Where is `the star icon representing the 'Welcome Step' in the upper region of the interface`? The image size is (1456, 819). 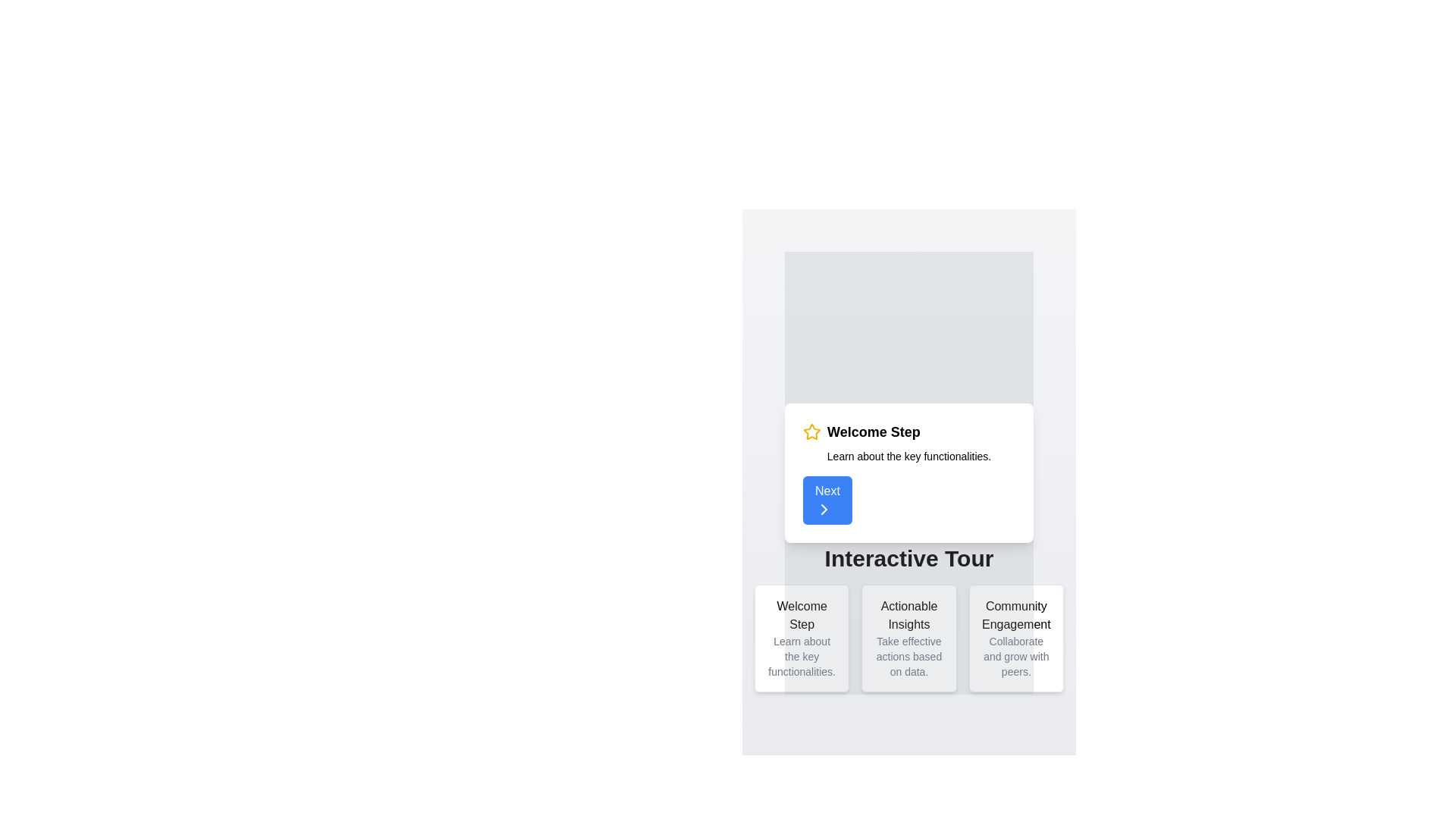
the star icon representing the 'Welcome Step' in the upper region of the interface is located at coordinates (811, 432).